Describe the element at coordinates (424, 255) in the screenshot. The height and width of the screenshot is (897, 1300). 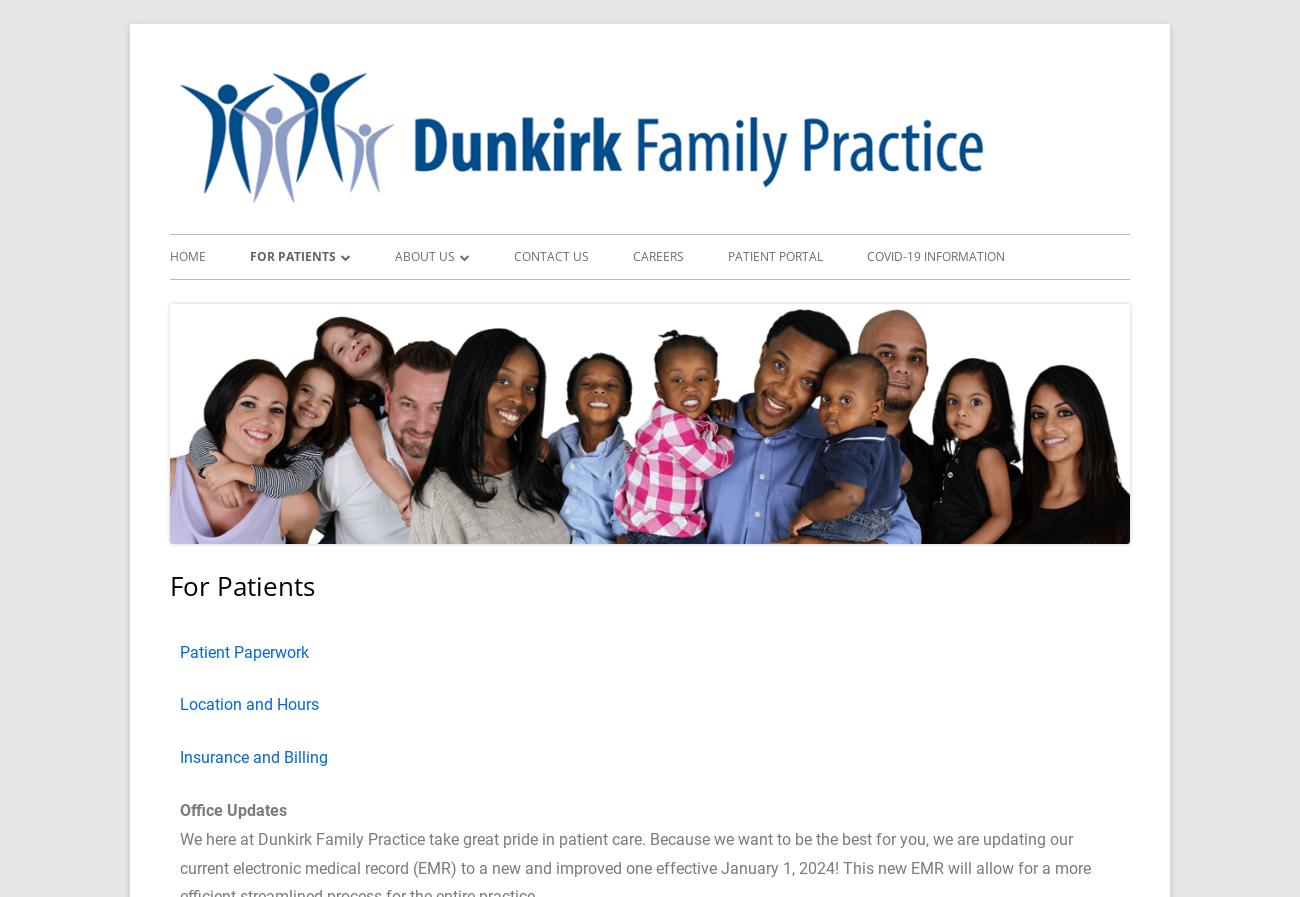
I see `'About Us'` at that location.